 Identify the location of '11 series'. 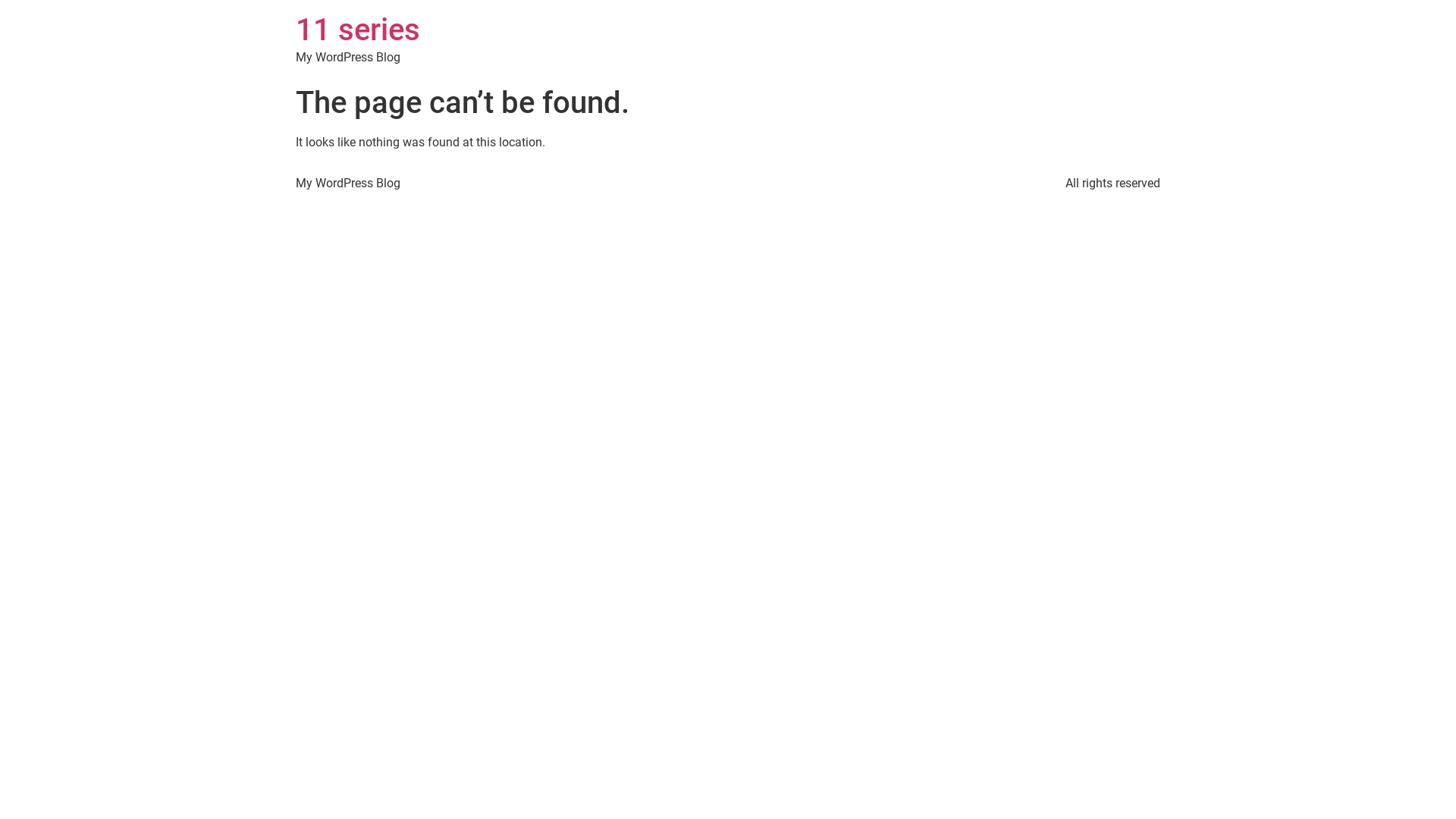
(295, 30).